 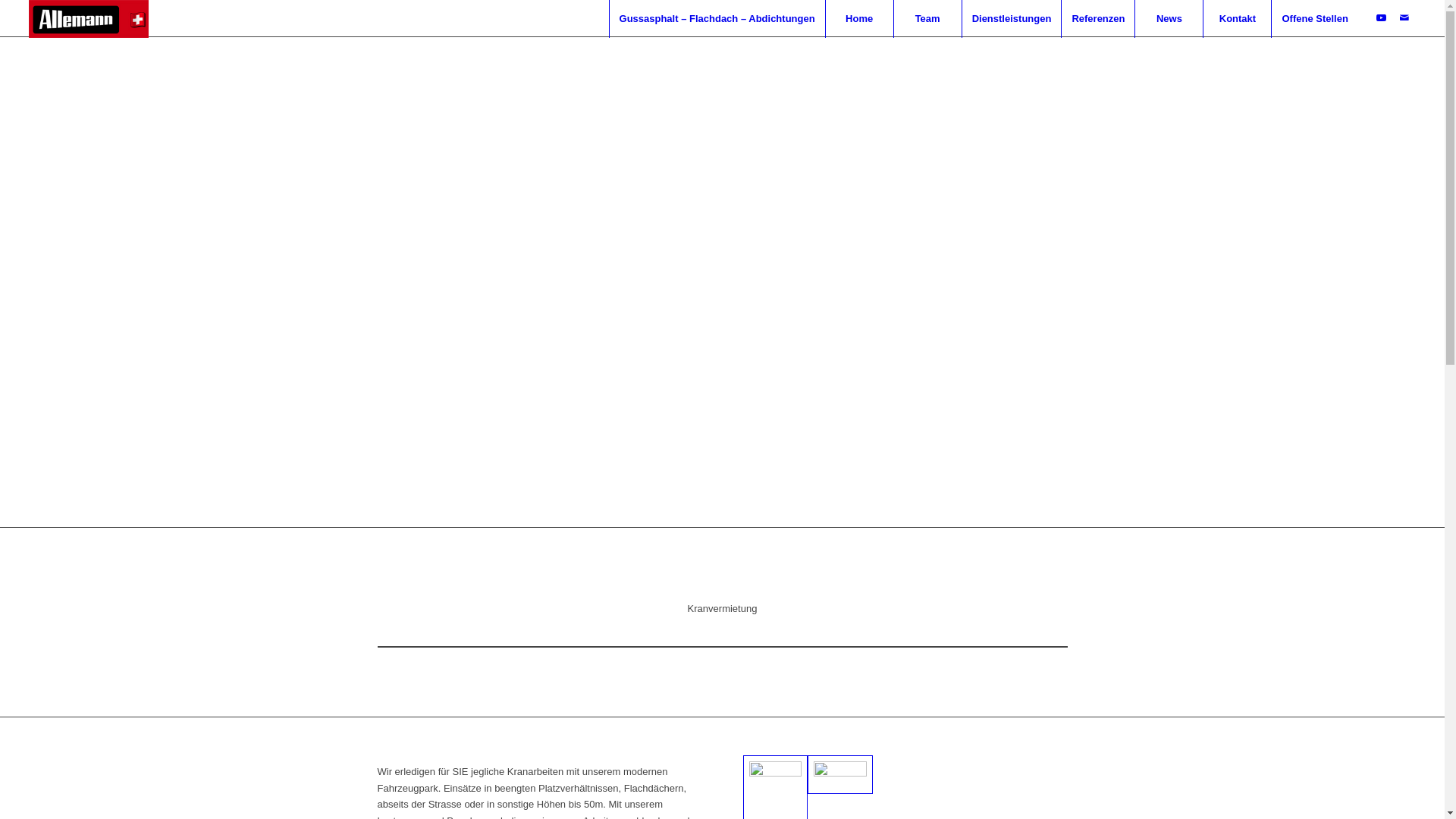 I want to click on 'Home', so click(x=858, y=18).